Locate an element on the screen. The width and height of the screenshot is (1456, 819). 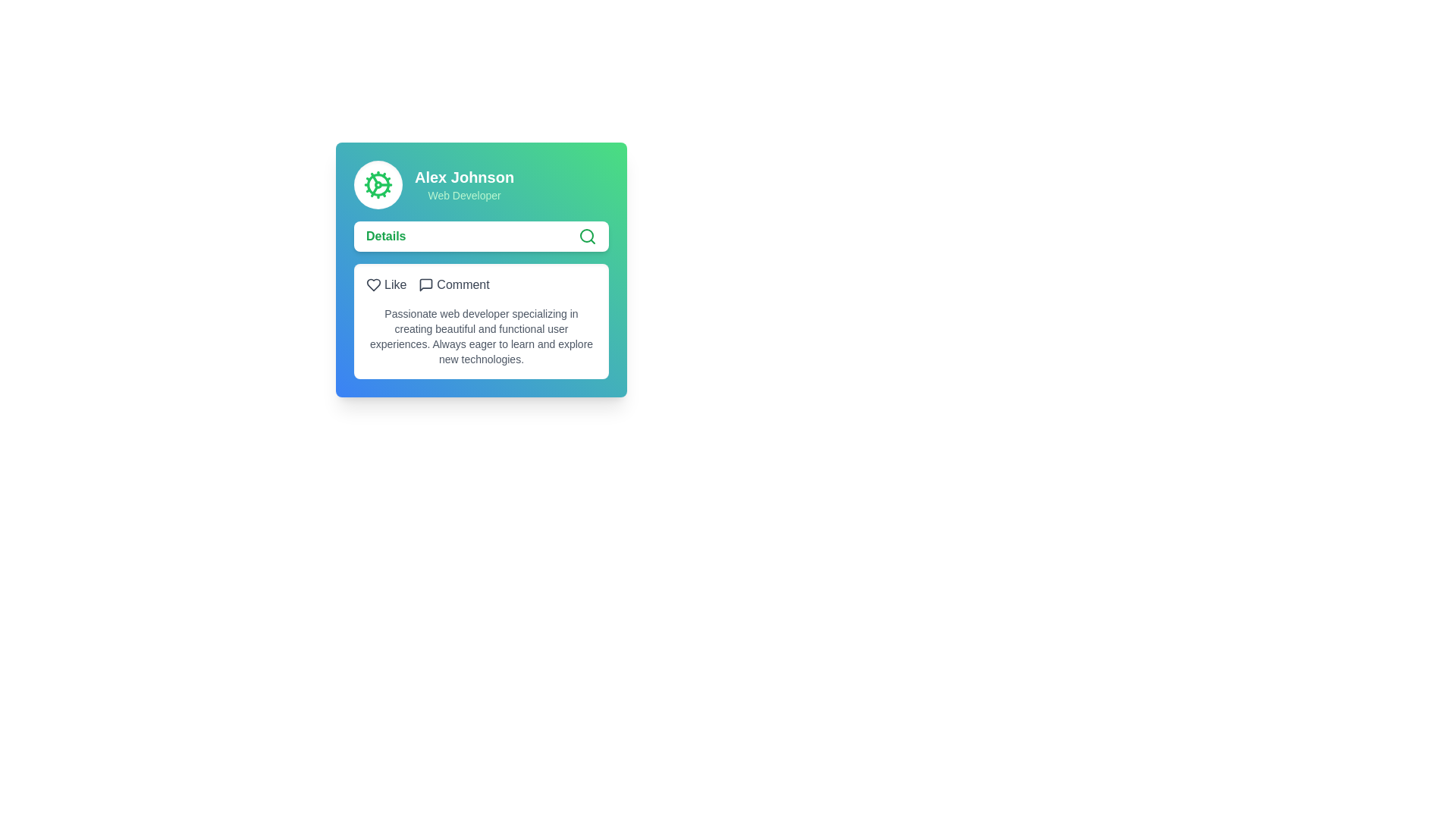
the icons in the interactive menu consisting of 'Like' and 'Comment' buttons is located at coordinates (480, 284).